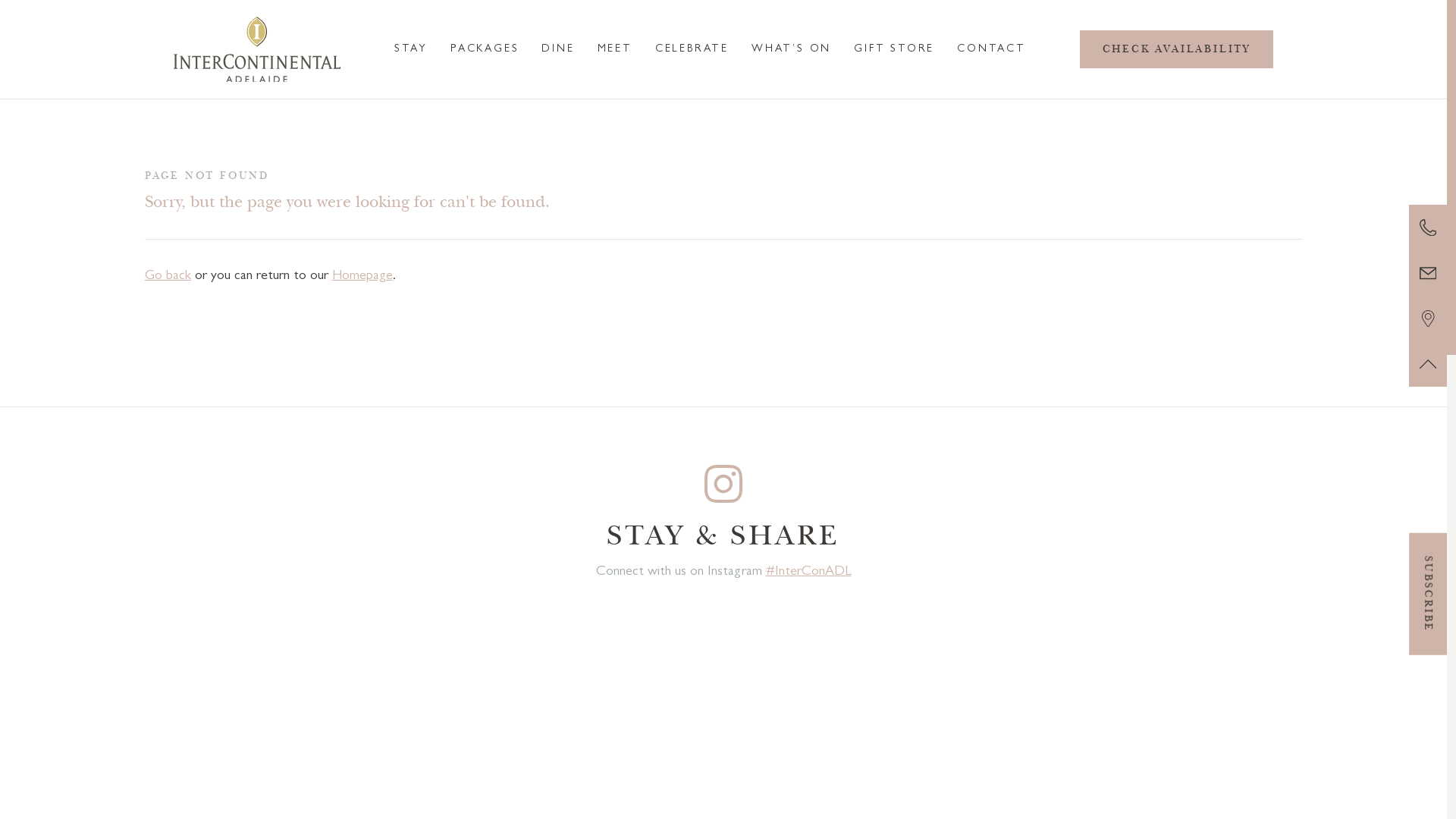  What do you see at coordinates (557, 49) in the screenshot?
I see `'DINE'` at bounding box center [557, 49].